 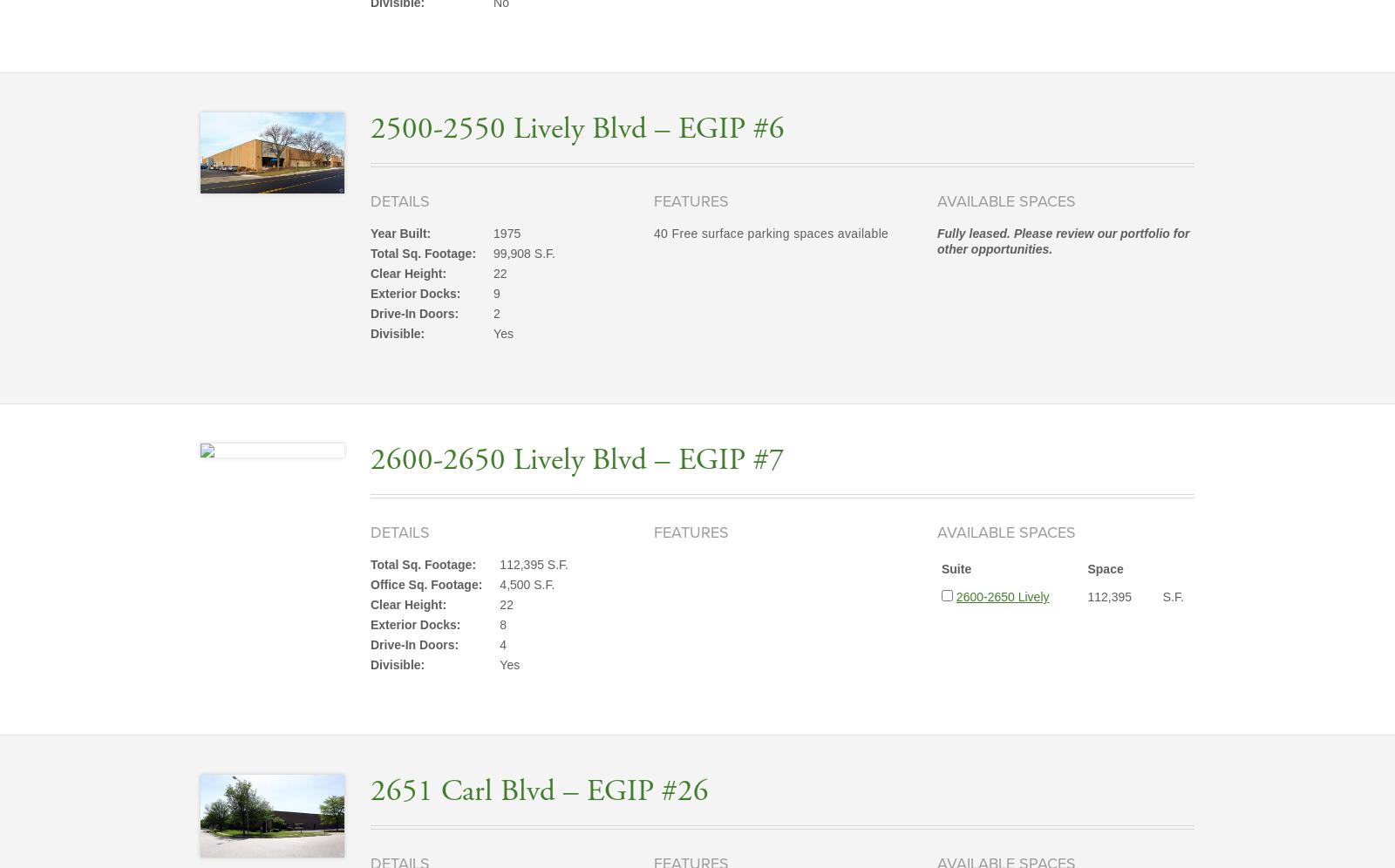 What do you see at coordinates (652, 234) in the screenshot?
I see `'40 Free surface parking spaces available'` at bounding box center [652, 234].